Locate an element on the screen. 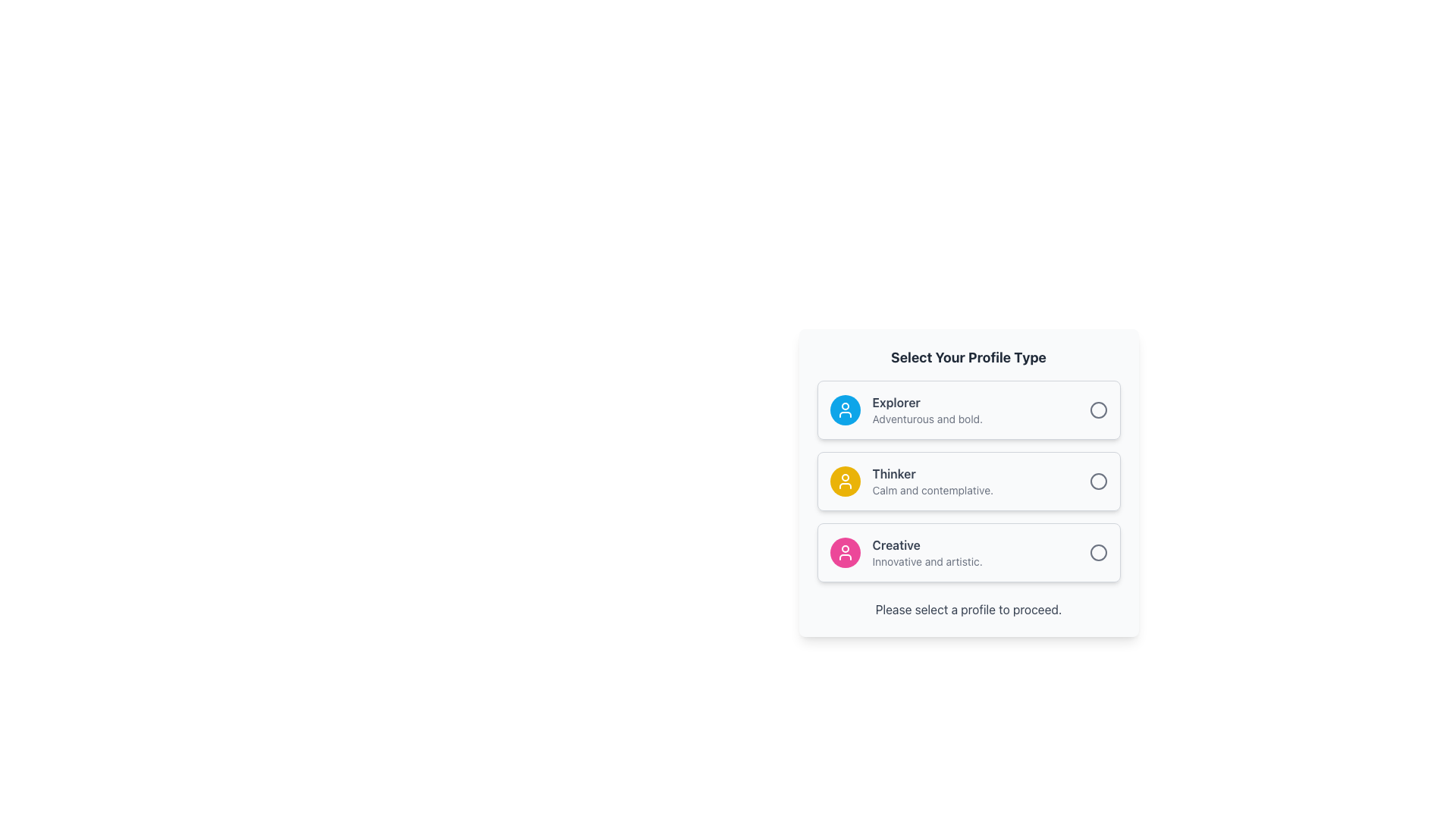 The width and height of the screenshot is (1456, 819). the circular user silhouette icon with a blue background, which is the first profile type selector next to the 'Explorer' label is located at coordinates (844, 409).